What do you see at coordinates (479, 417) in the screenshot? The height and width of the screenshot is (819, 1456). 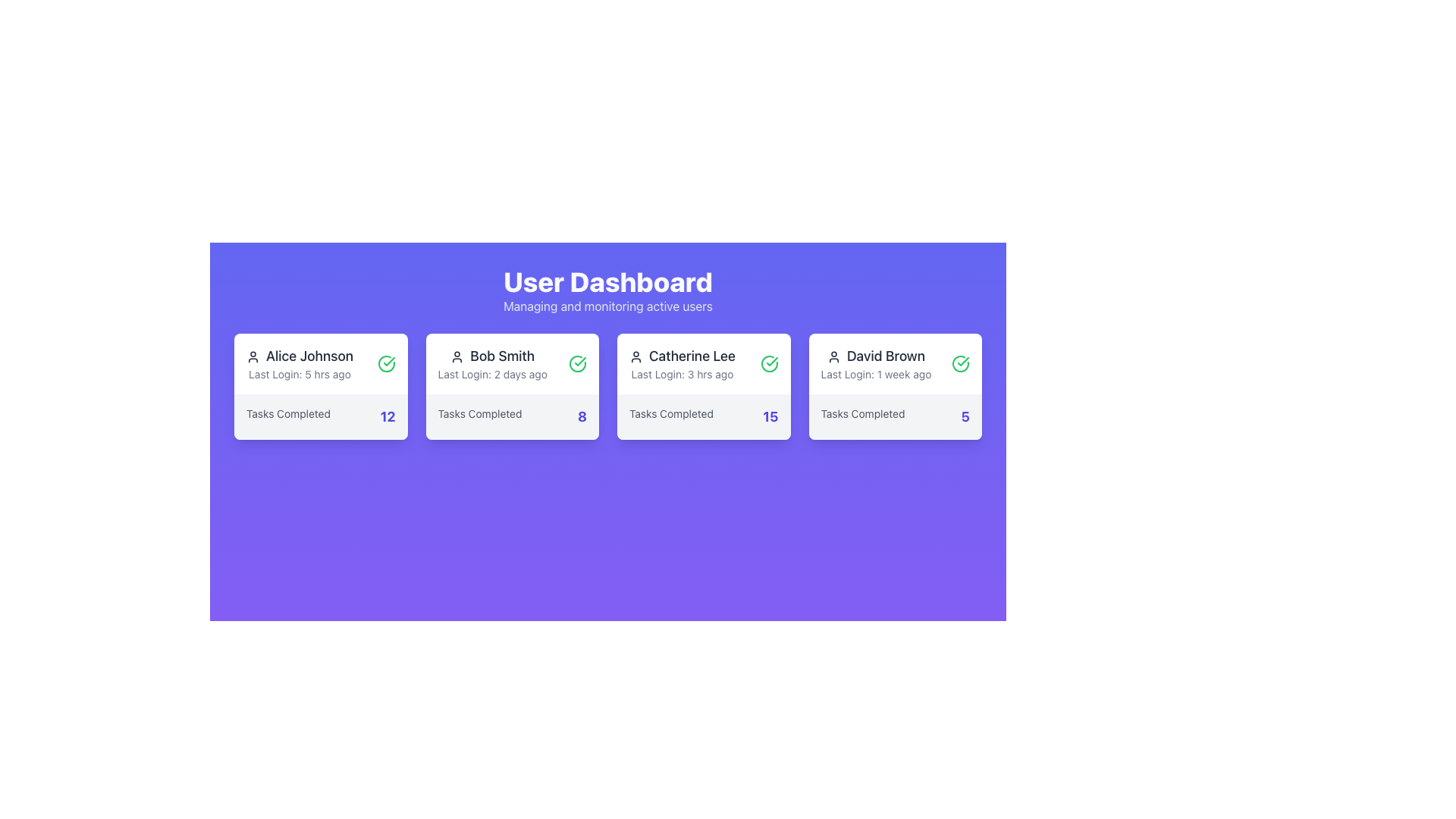 I see `the text label reading 'Tasks Completed' located at the bottom-left corner of the card labeled 'Bob Smith'` at bounding box center [479, 417].